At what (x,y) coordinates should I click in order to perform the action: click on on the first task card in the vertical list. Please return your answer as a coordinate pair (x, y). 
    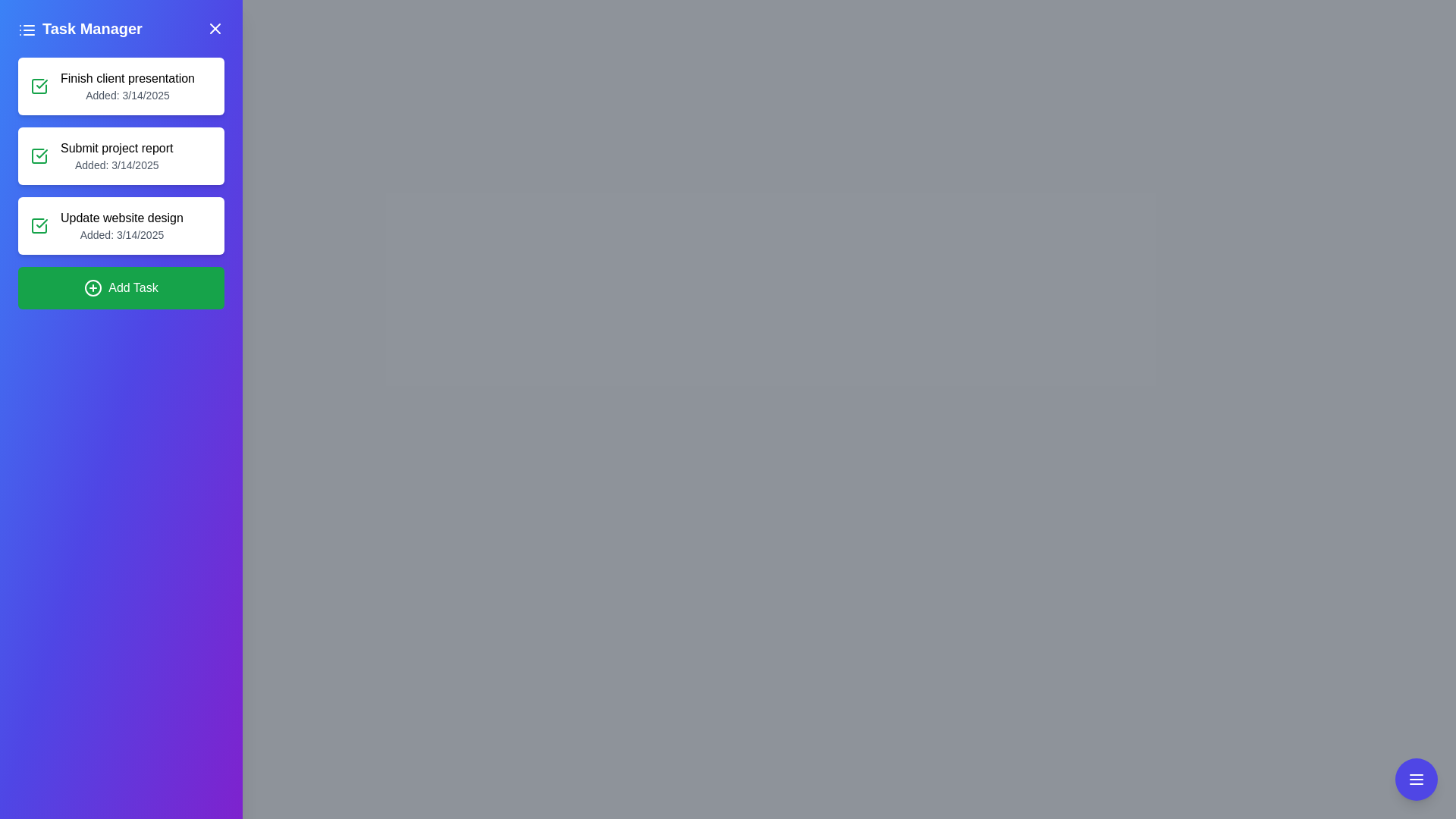
    Looking at the image, I should click on (120, 86).